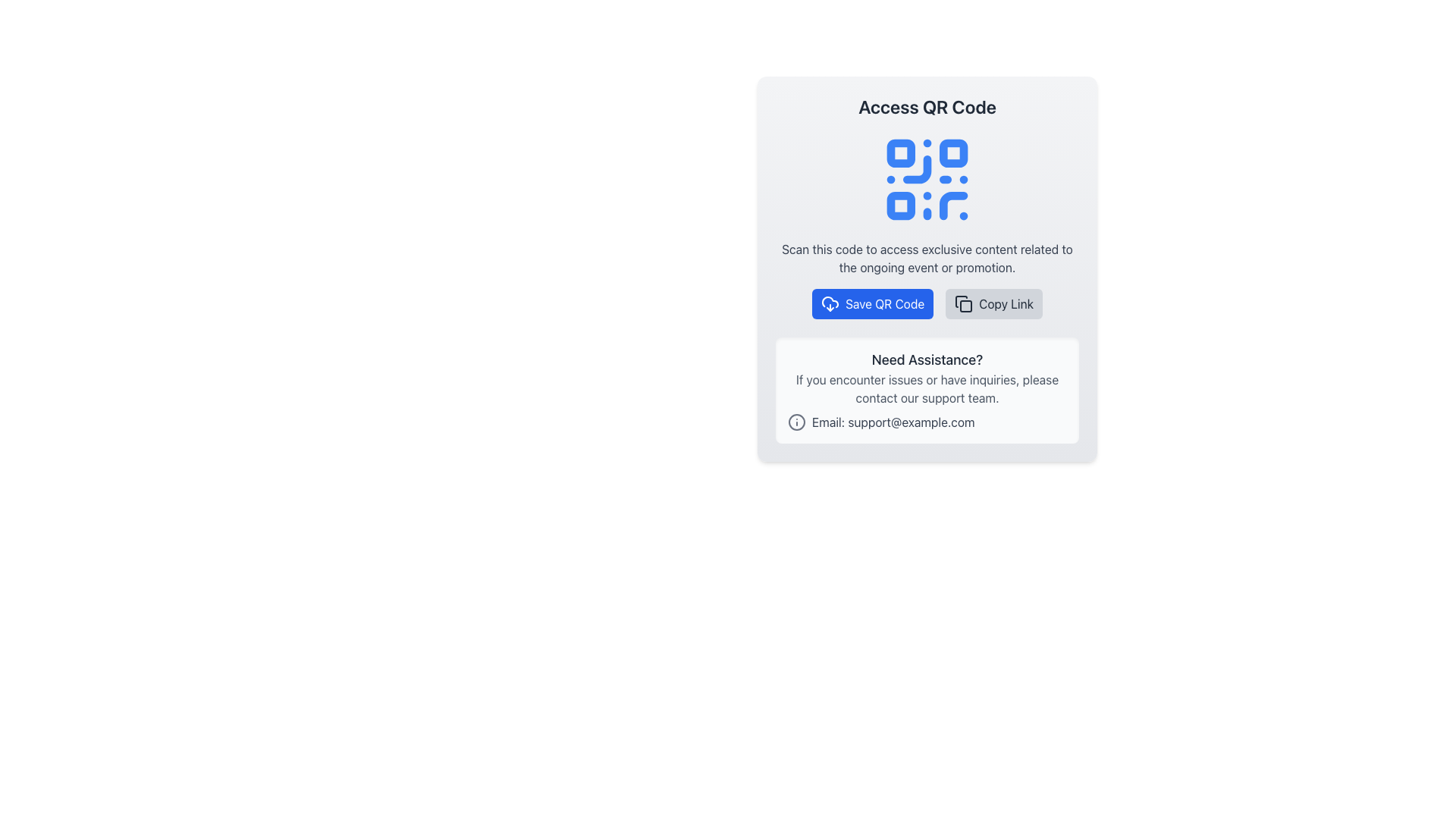  I want to click on the blue 'Save QR Code' button with rounded corners, featuring a downward cloud icon and white text, so click(927, 304).